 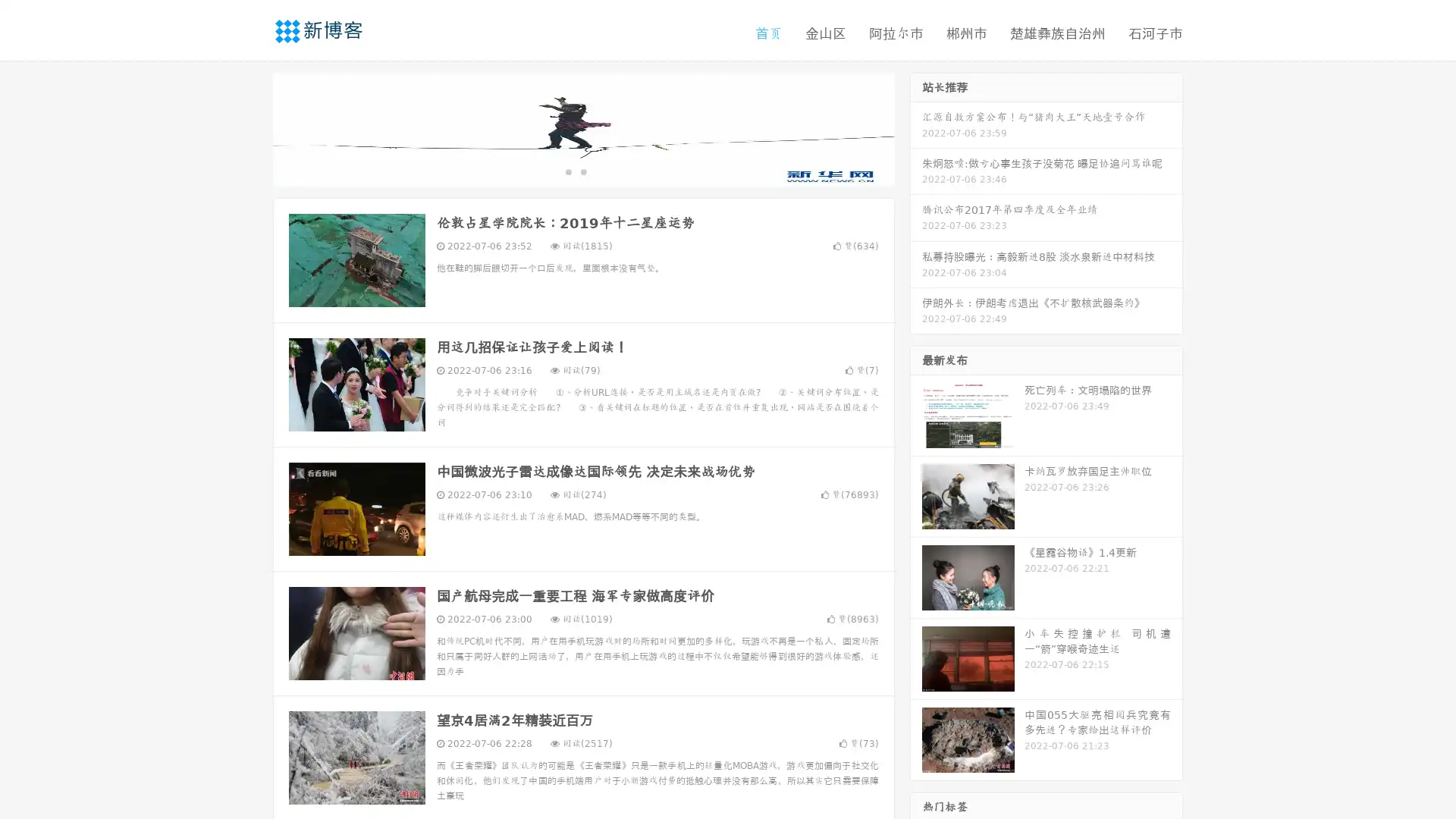 I want to click on Go to slide 3, so click(x=598, y=171).